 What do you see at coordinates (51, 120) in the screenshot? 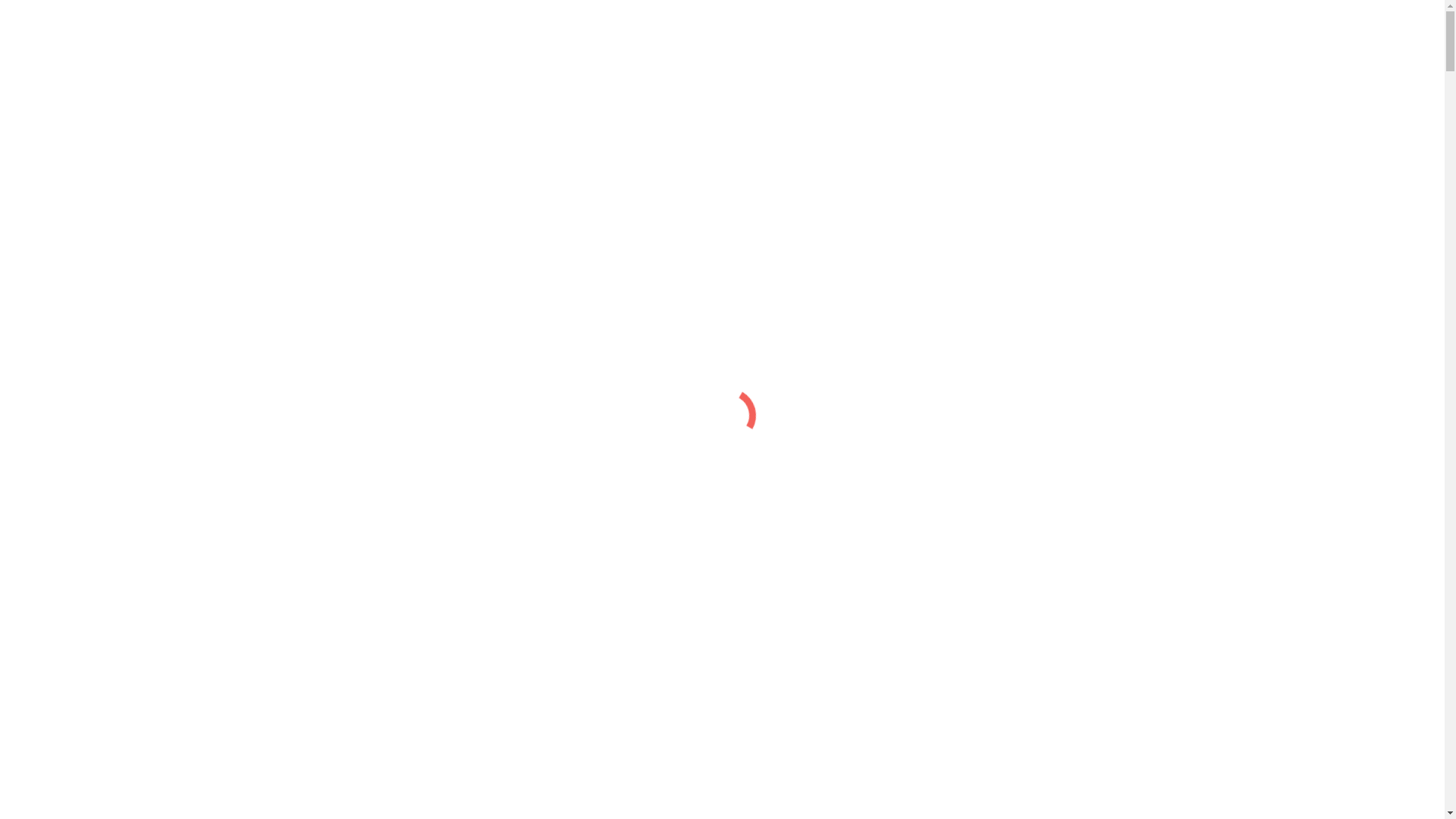
I see `'Home'` at bounding box center [51, 120].